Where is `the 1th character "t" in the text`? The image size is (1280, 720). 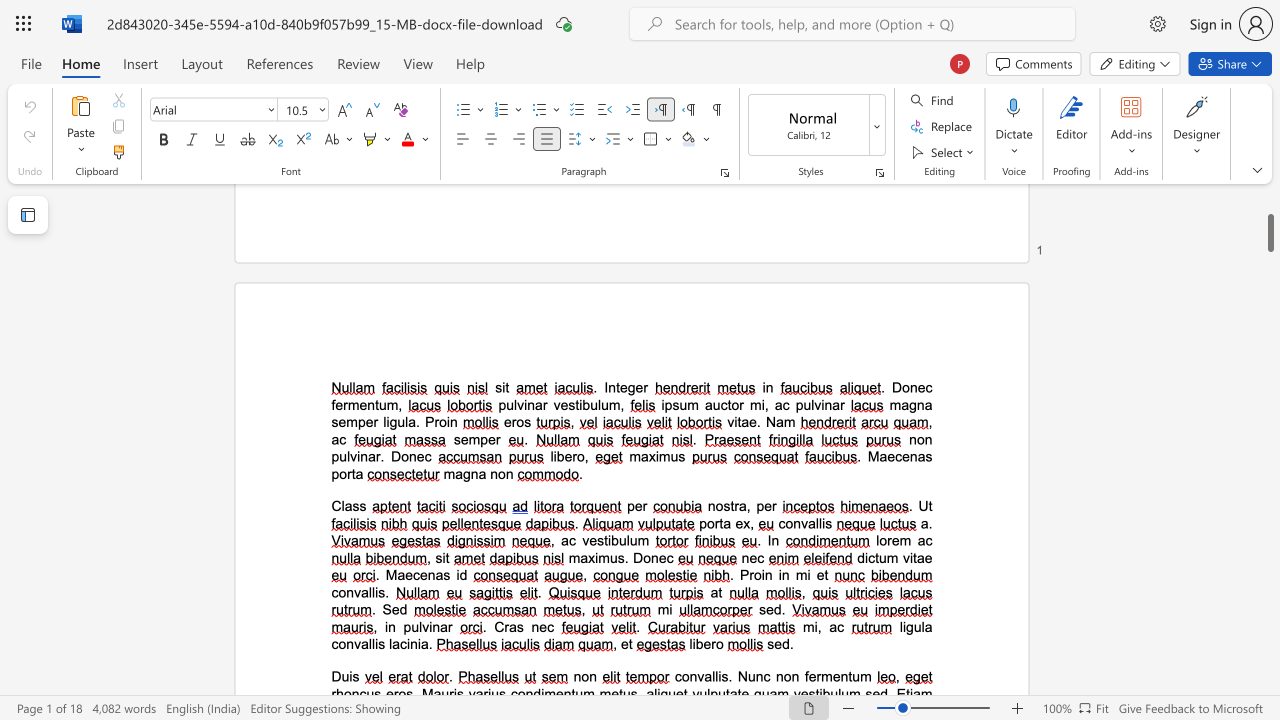 the 1th character "t" in the text is located at coordinates (720, 522).